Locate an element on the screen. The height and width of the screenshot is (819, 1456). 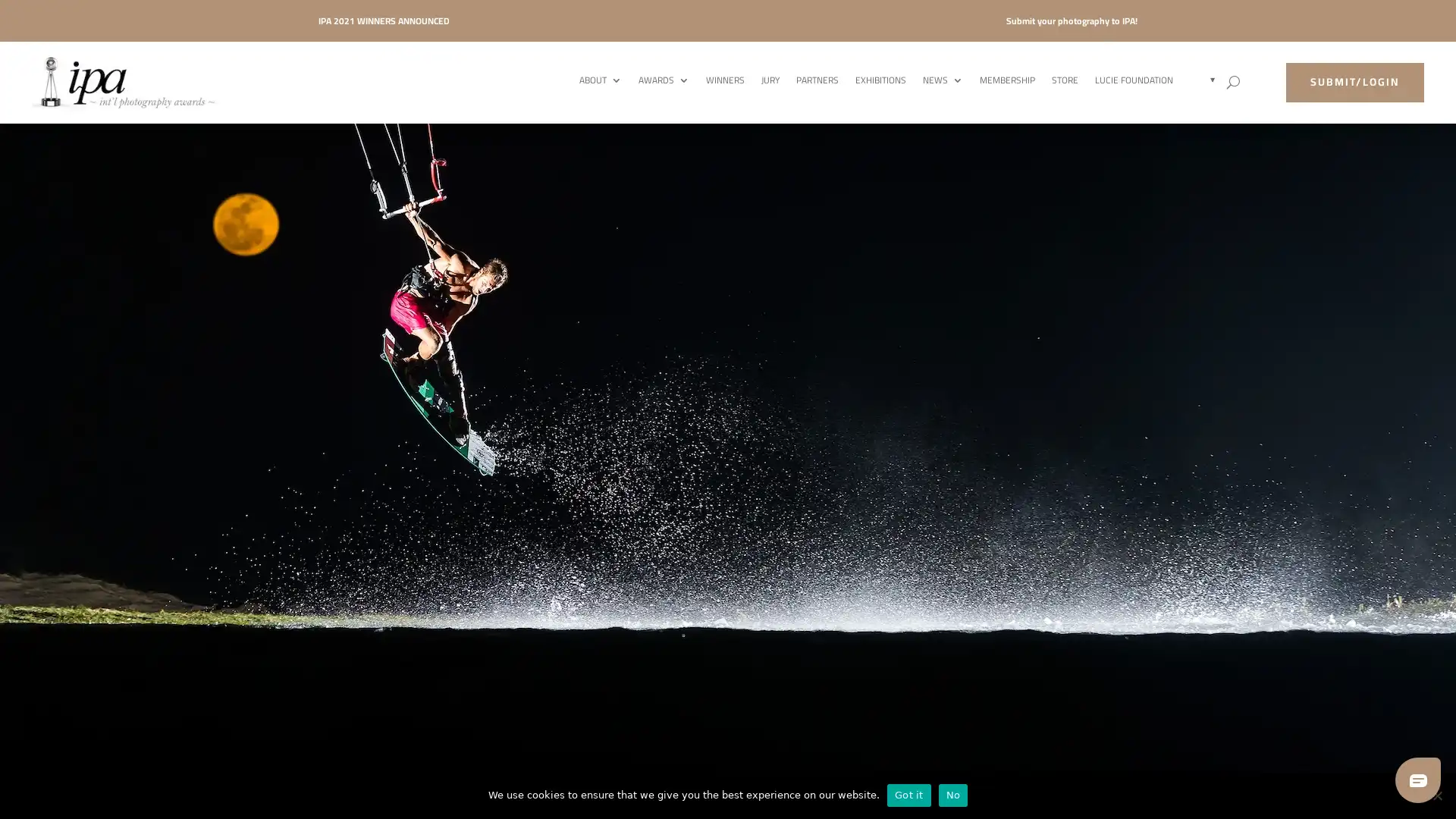
U is located at coordinates (1233, 82).